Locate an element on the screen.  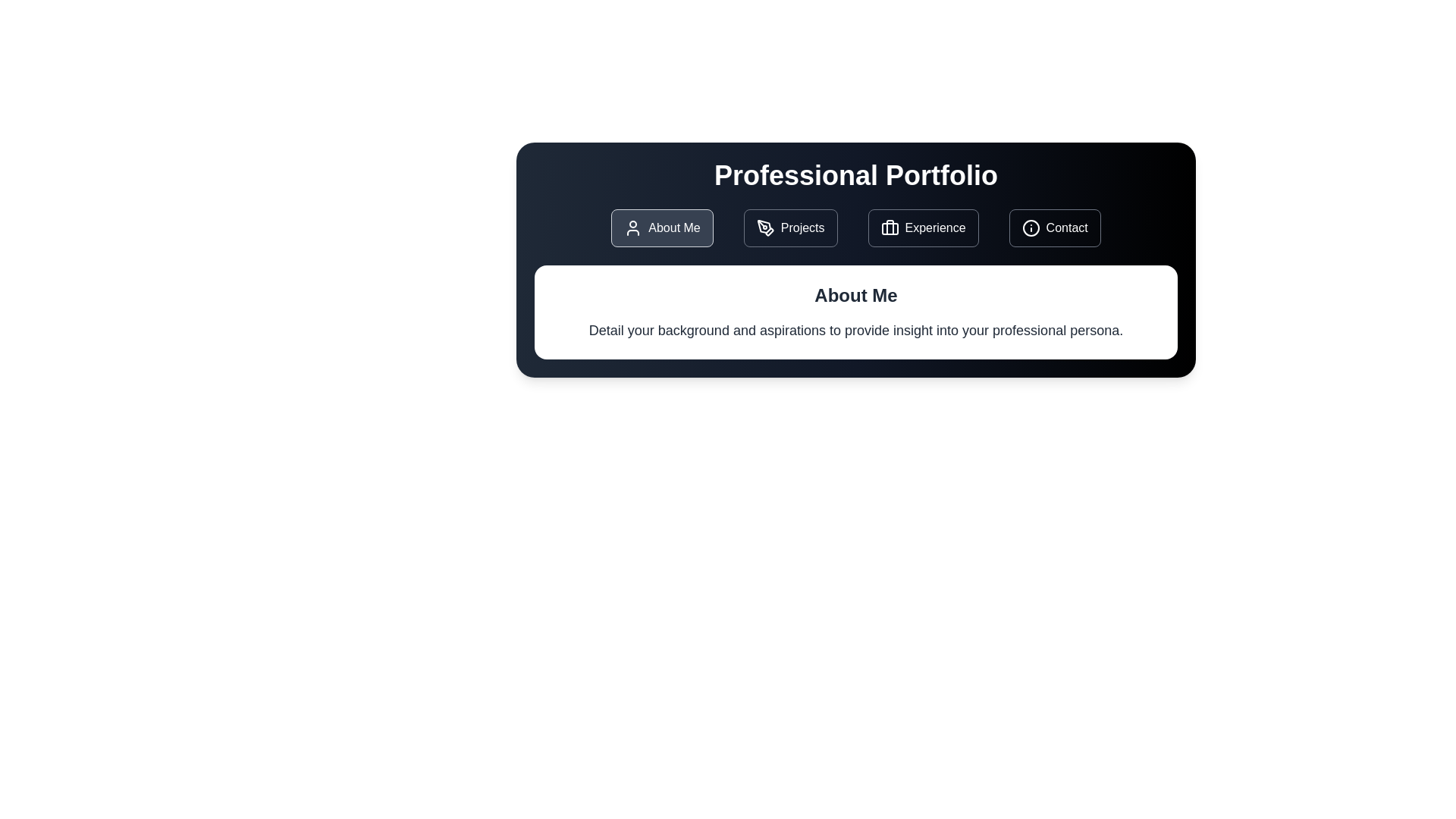
the 'About Me' button, which is the first button in a group of four, featuring a person silhouette icon and white text on a dark gray background is located at coordinates (662, 227).